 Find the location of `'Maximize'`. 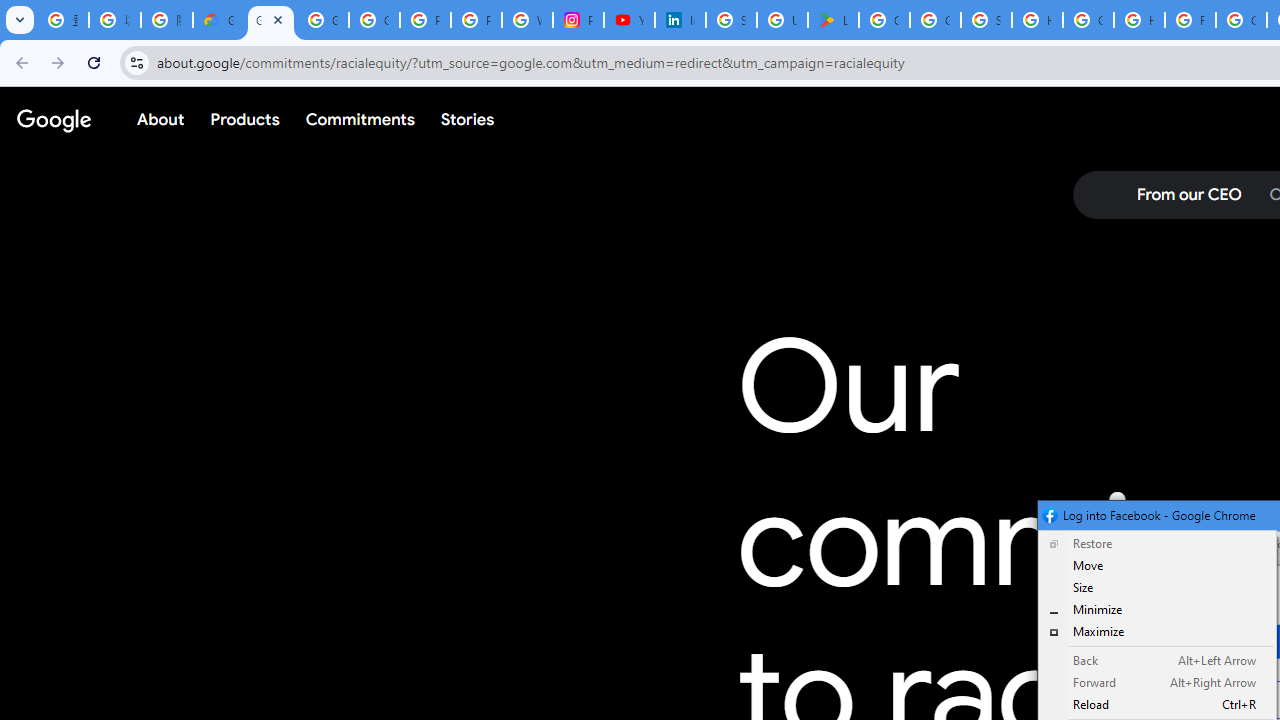

'Maximize' is located at coordinates (1157, 631).